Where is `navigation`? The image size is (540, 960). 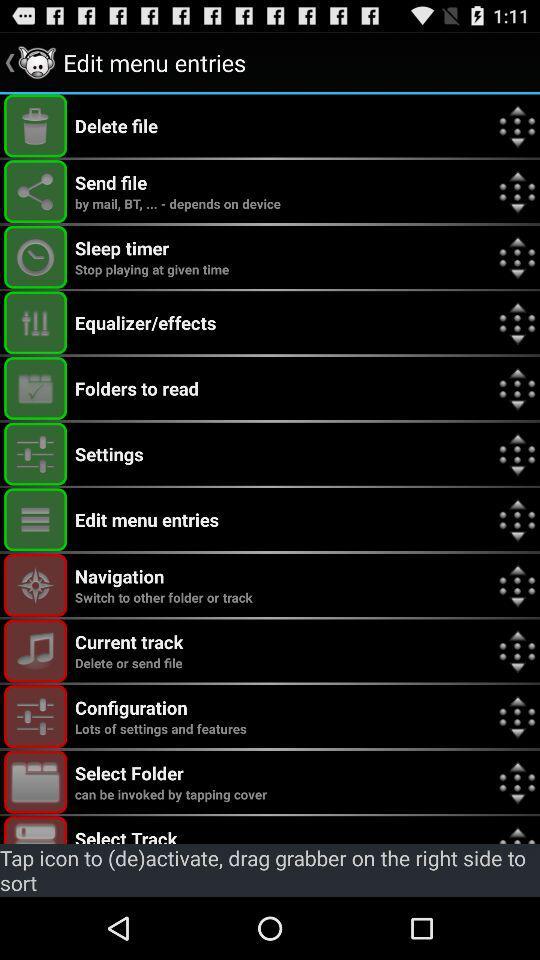 navigation is located at coordinates (35, 585).